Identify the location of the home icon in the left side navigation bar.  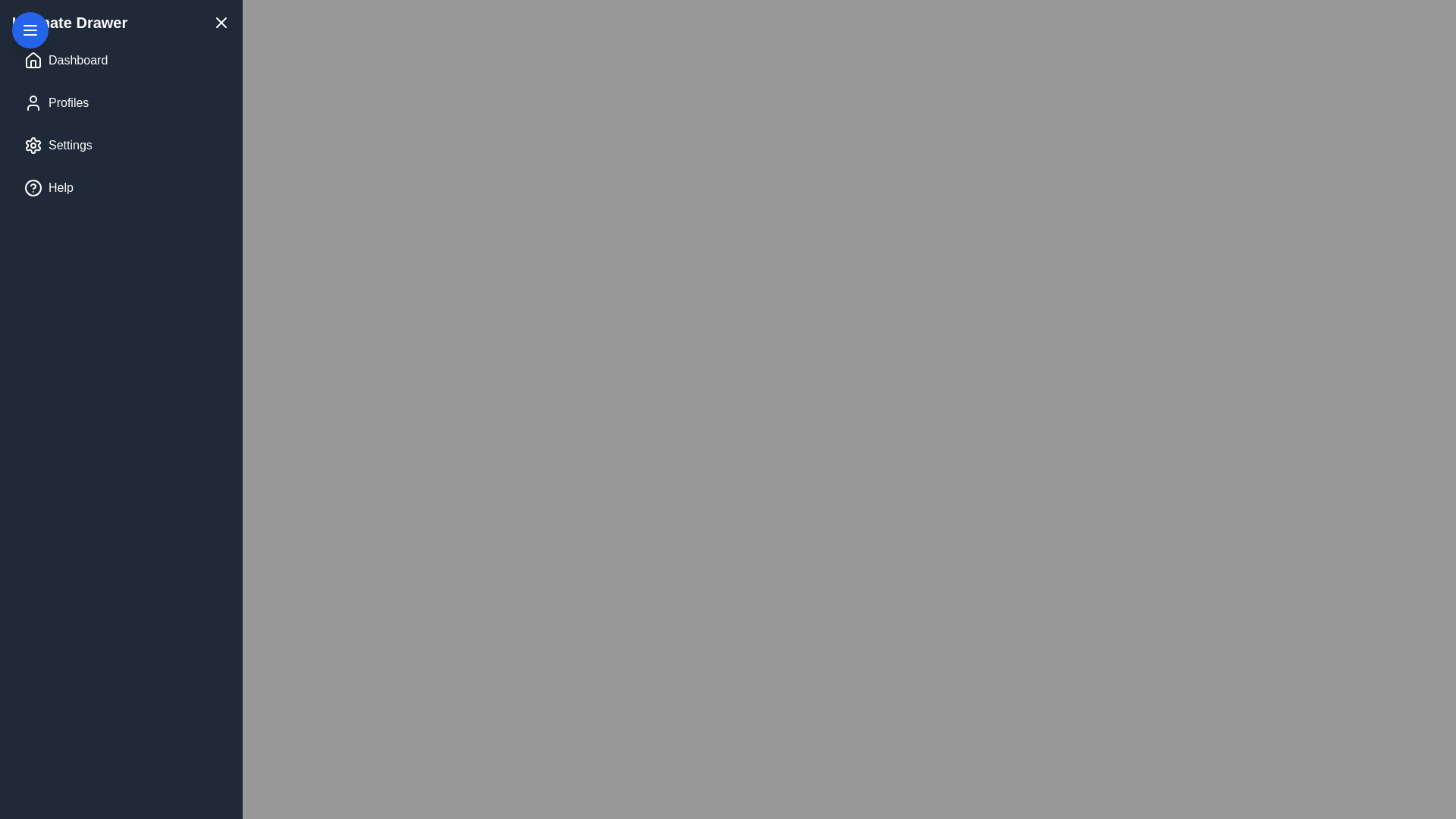
(33, 60).